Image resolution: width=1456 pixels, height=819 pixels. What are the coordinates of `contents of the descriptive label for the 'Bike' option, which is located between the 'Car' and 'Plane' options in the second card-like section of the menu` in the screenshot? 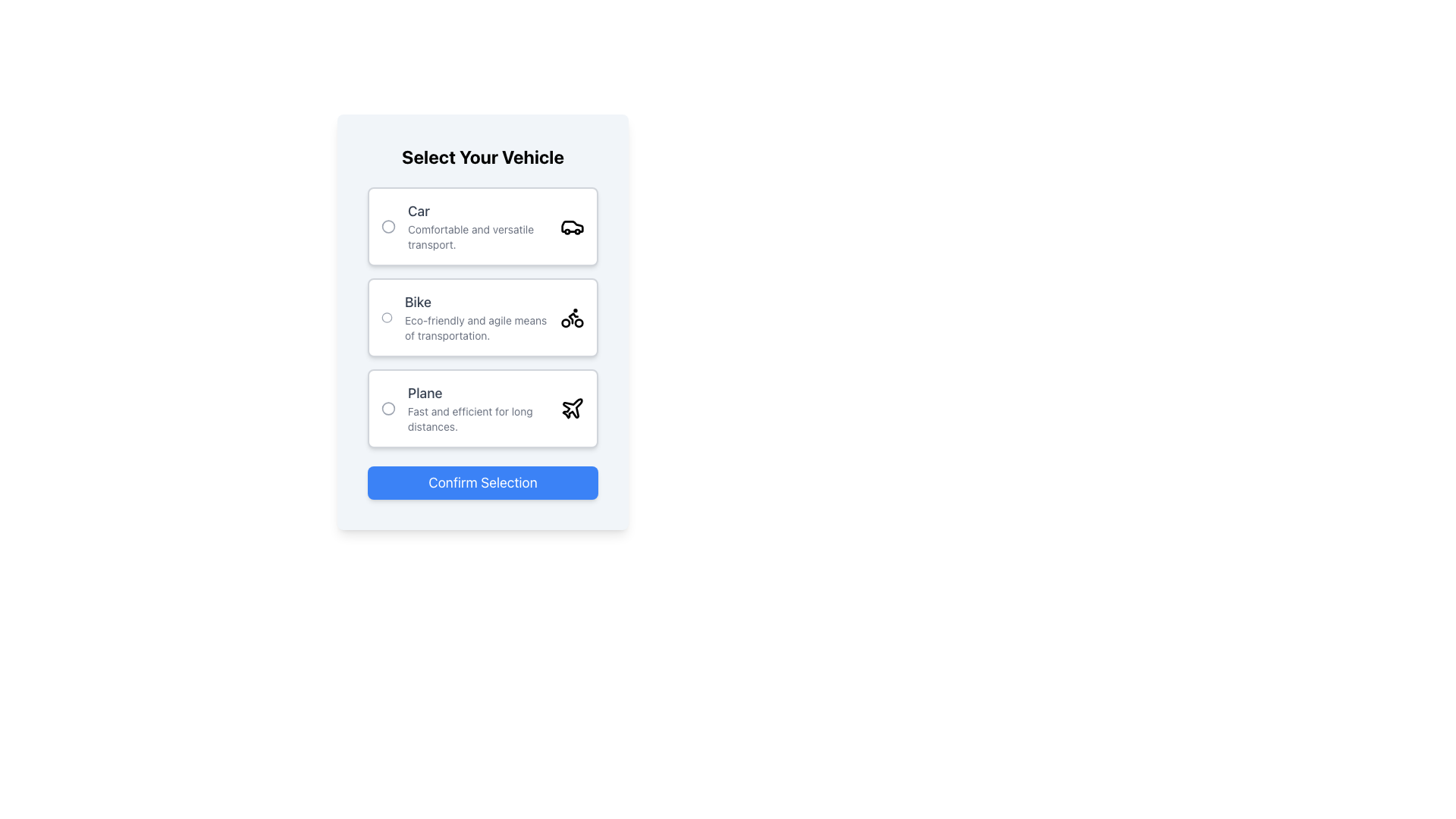 It's located at (475, 317).